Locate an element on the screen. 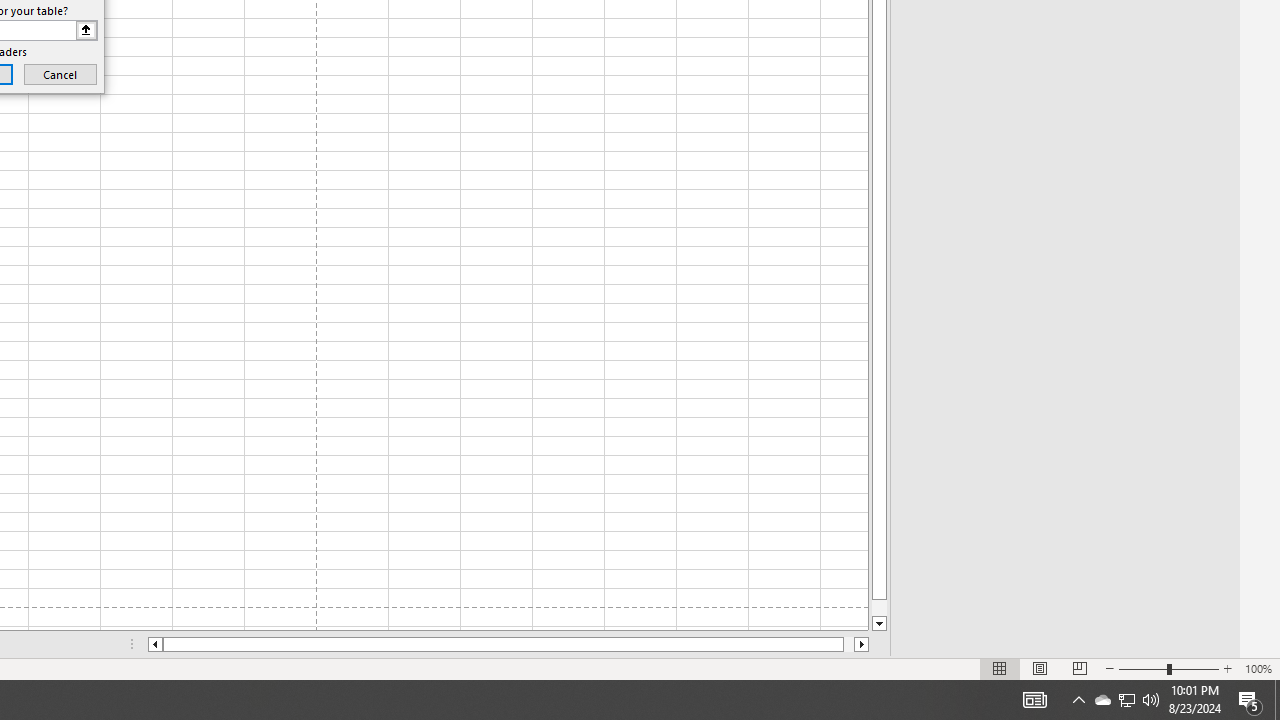 The width and height of the screenshot is (1280, 720). 'Zoom' is located at coordinates (1168, 669).